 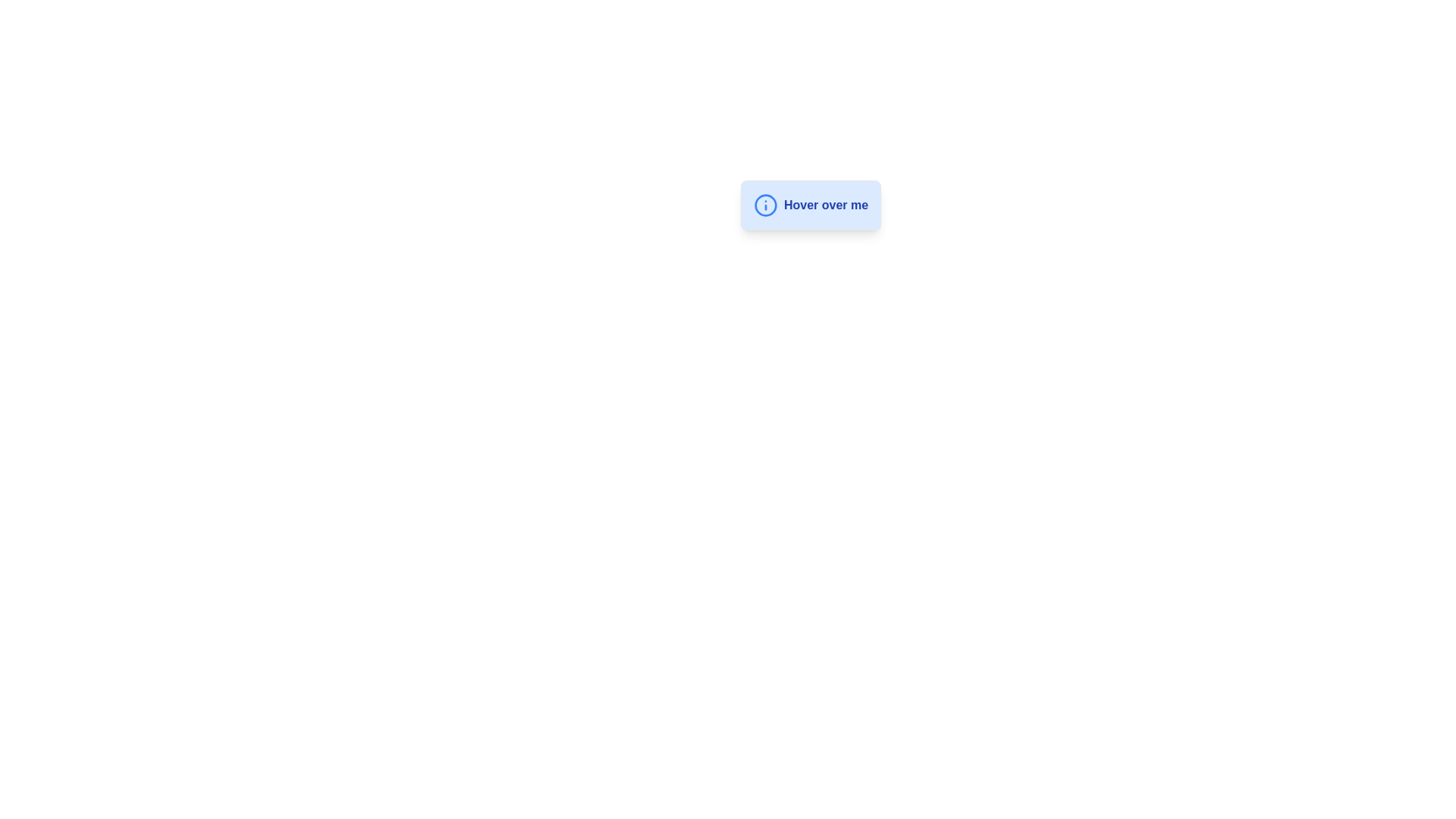 What do you see at coordinates (765, 205) in the screenshot?
I see `the circular SVG circle shape element that is part of the 'info' icon, located inside the button labeled 'Hover over me'` at bounding box center [765, 205].